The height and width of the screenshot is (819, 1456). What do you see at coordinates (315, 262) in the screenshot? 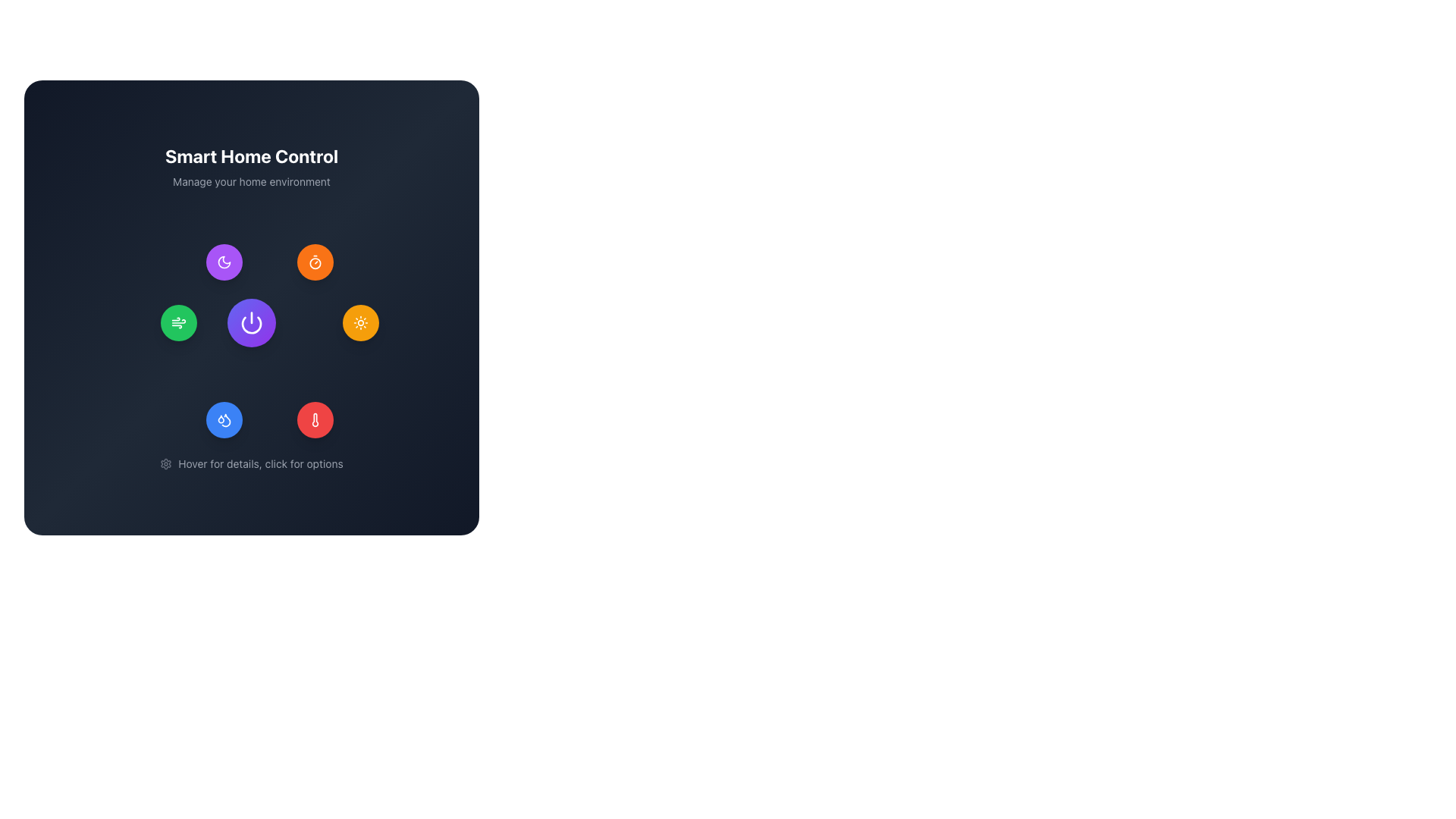
I see `the timer activation button located in the top-right area of a circular arrangement of icons, specifically the second icon from the top-left among the four main icons` at bounding box center [315, 262].